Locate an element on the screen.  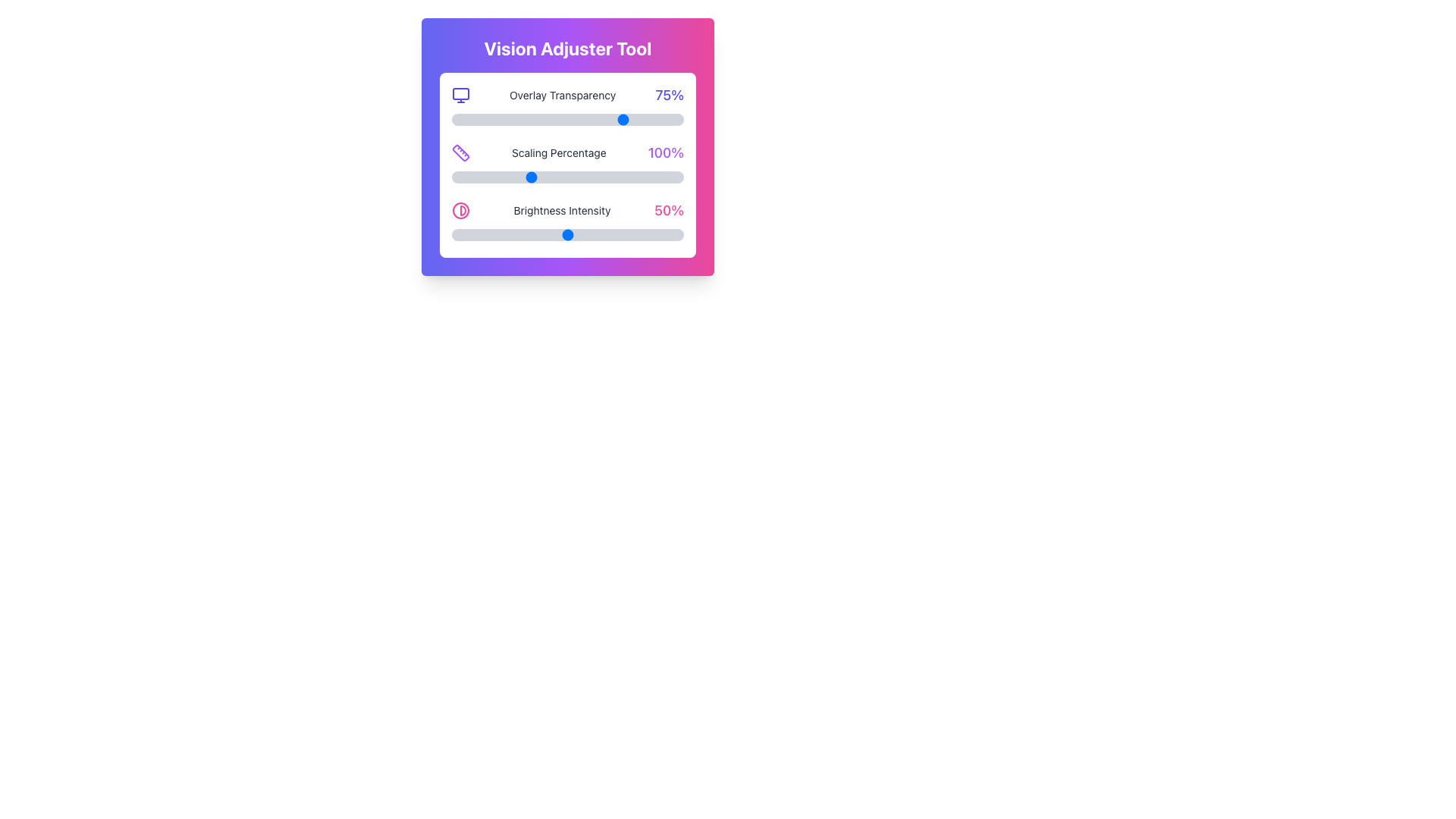
the scaling percentage is located at coordinates (483, 177).